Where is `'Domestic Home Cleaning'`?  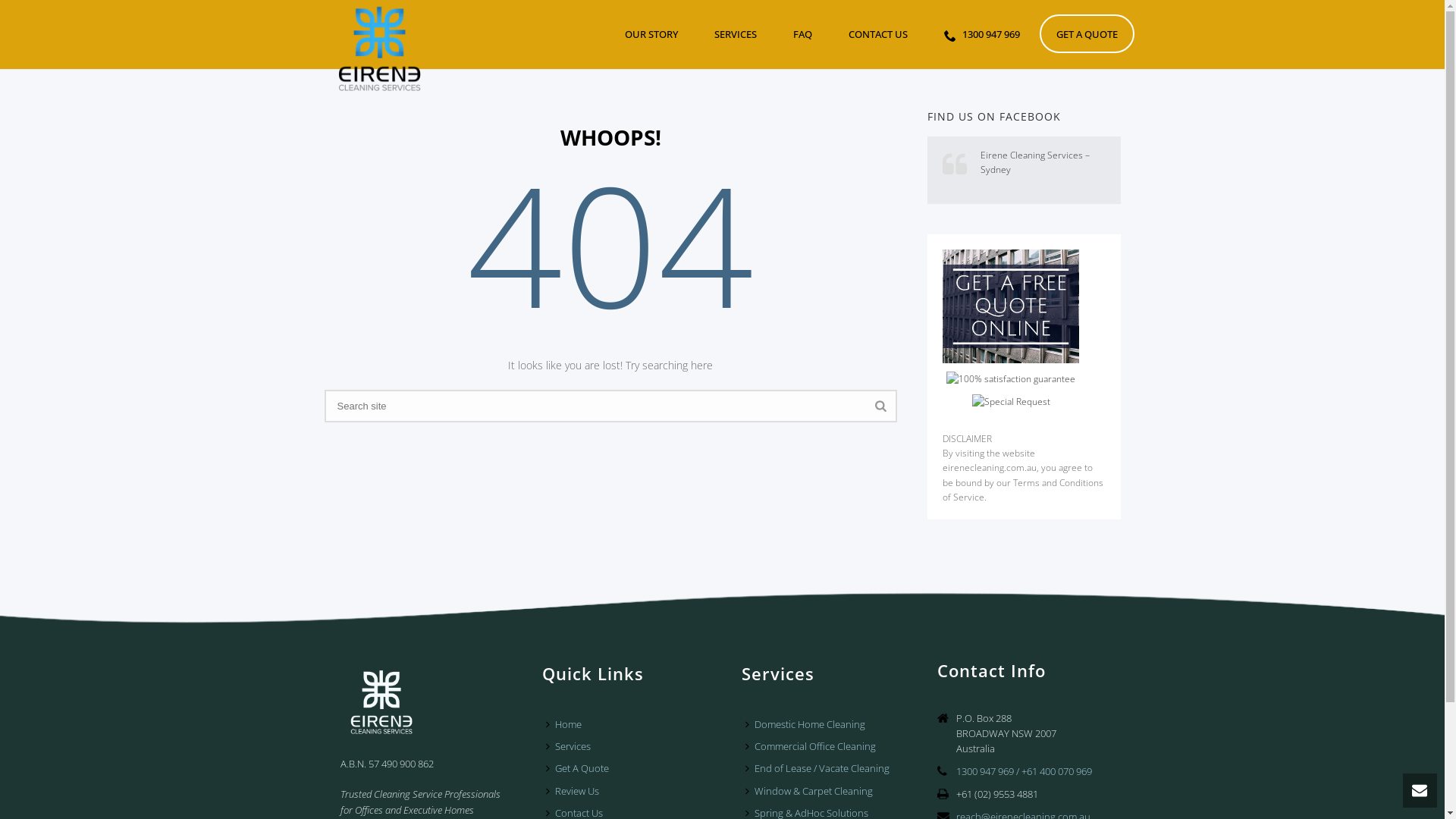 'Domestic Home Cleaning' is located at coordinates (808, 723).